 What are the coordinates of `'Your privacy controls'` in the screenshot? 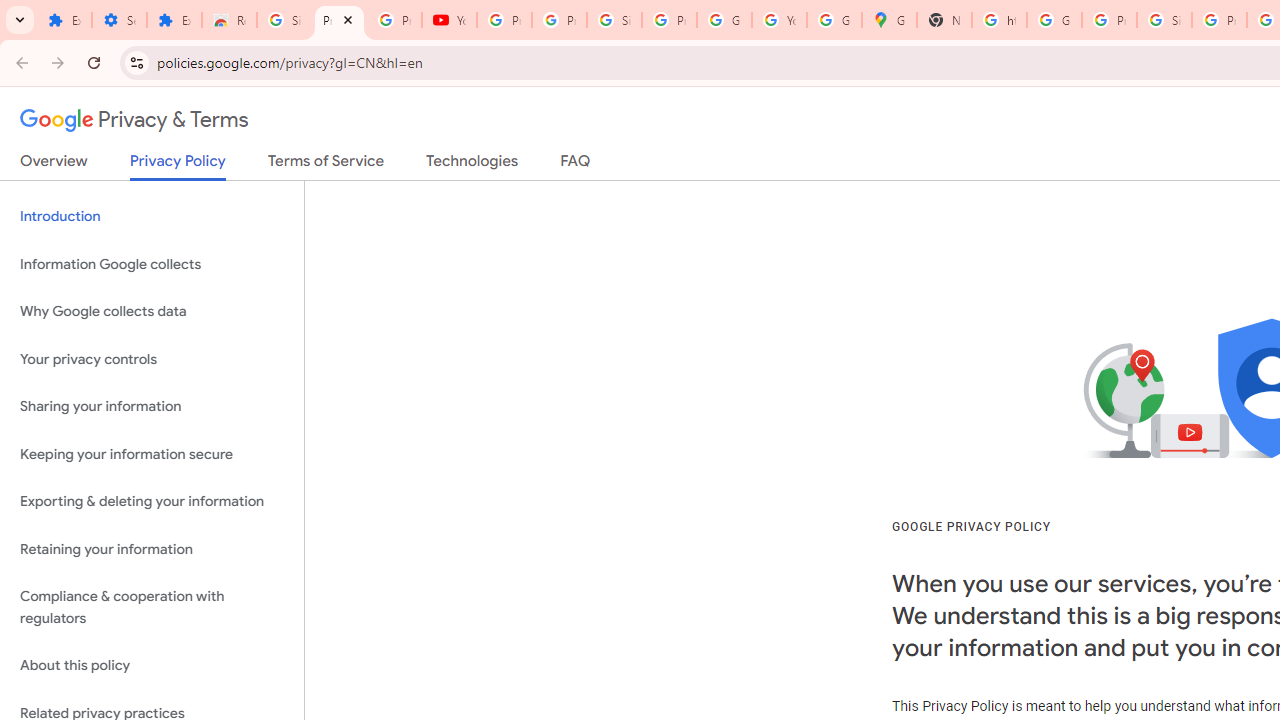 It's located at (151, 358).